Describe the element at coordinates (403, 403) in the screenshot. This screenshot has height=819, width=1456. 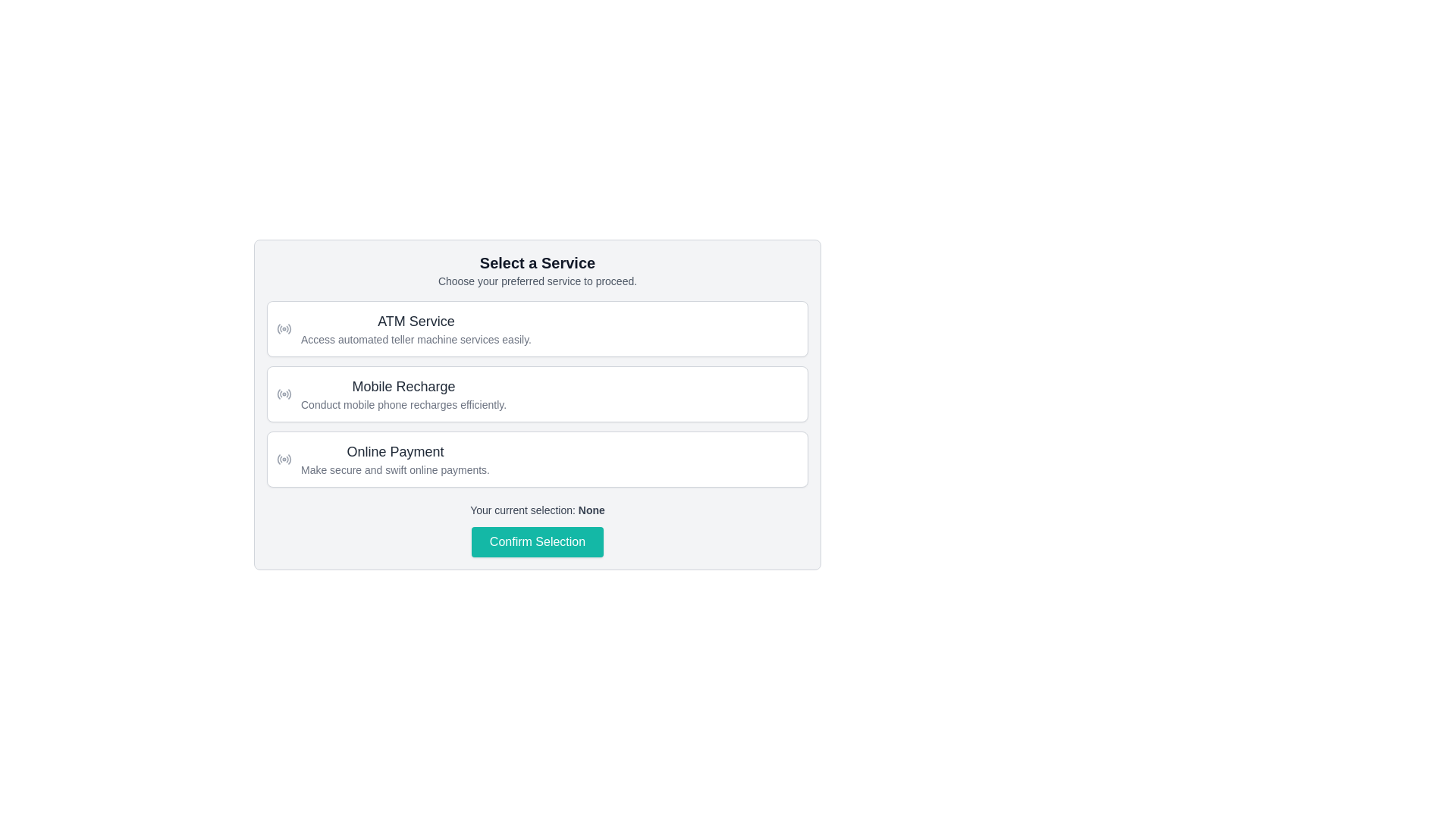
I see `the descriptive text 'Conduct mobile phone recharges efficiently.' located below the title 'Mobile Recharge' in the card-like user interface` at that location.